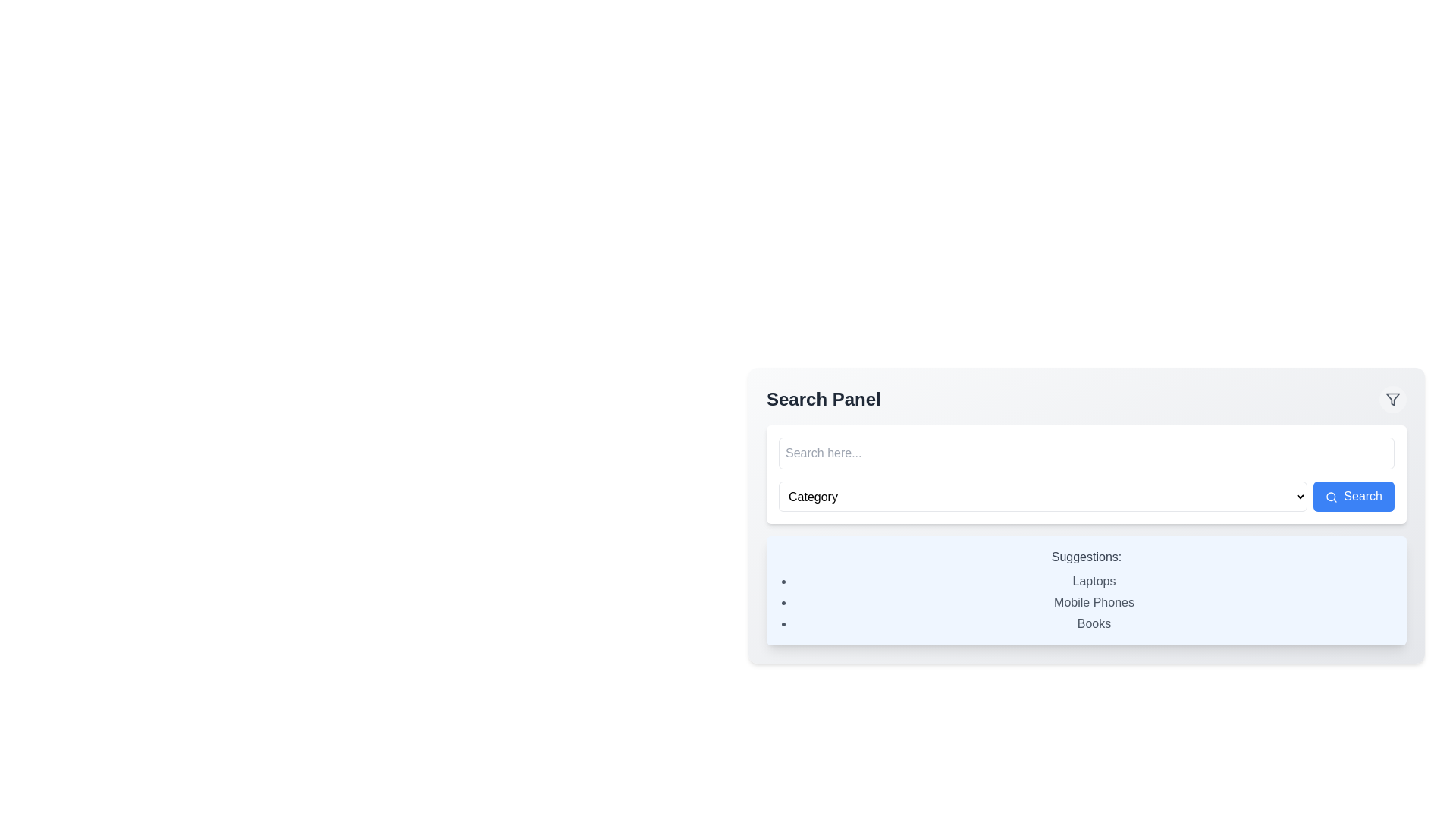 The width and height of the screenshot is (1456, 819). Describe the element at coordinates (1393, 399) in the screenshot. I see `the circular filter button with a funnel icon located in the top-right corner of the 'Search Panel' header` at that location.